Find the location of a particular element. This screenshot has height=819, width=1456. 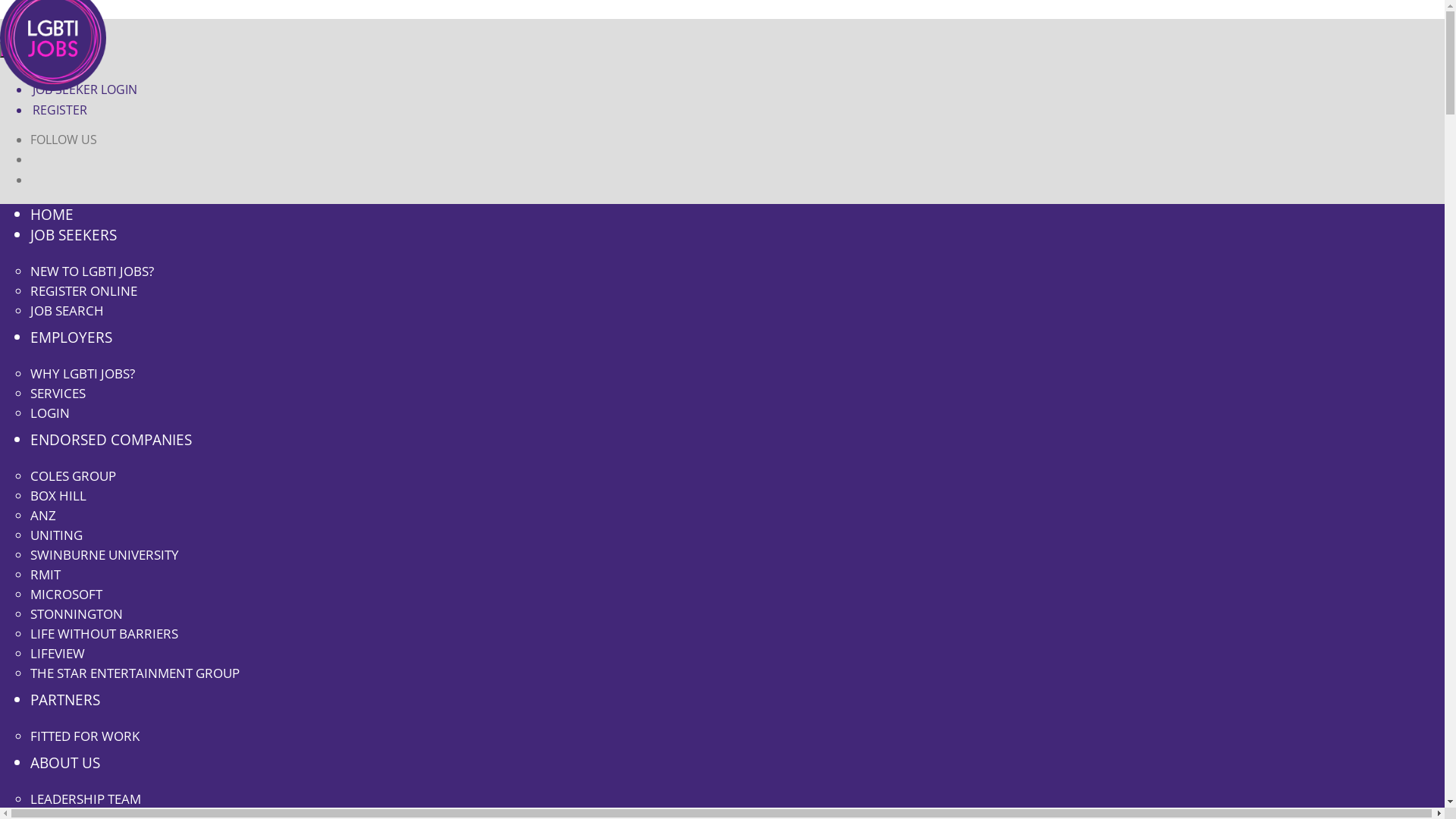

'NEW TO LGBTI JOBS?' is located at coordinates (30, 270).